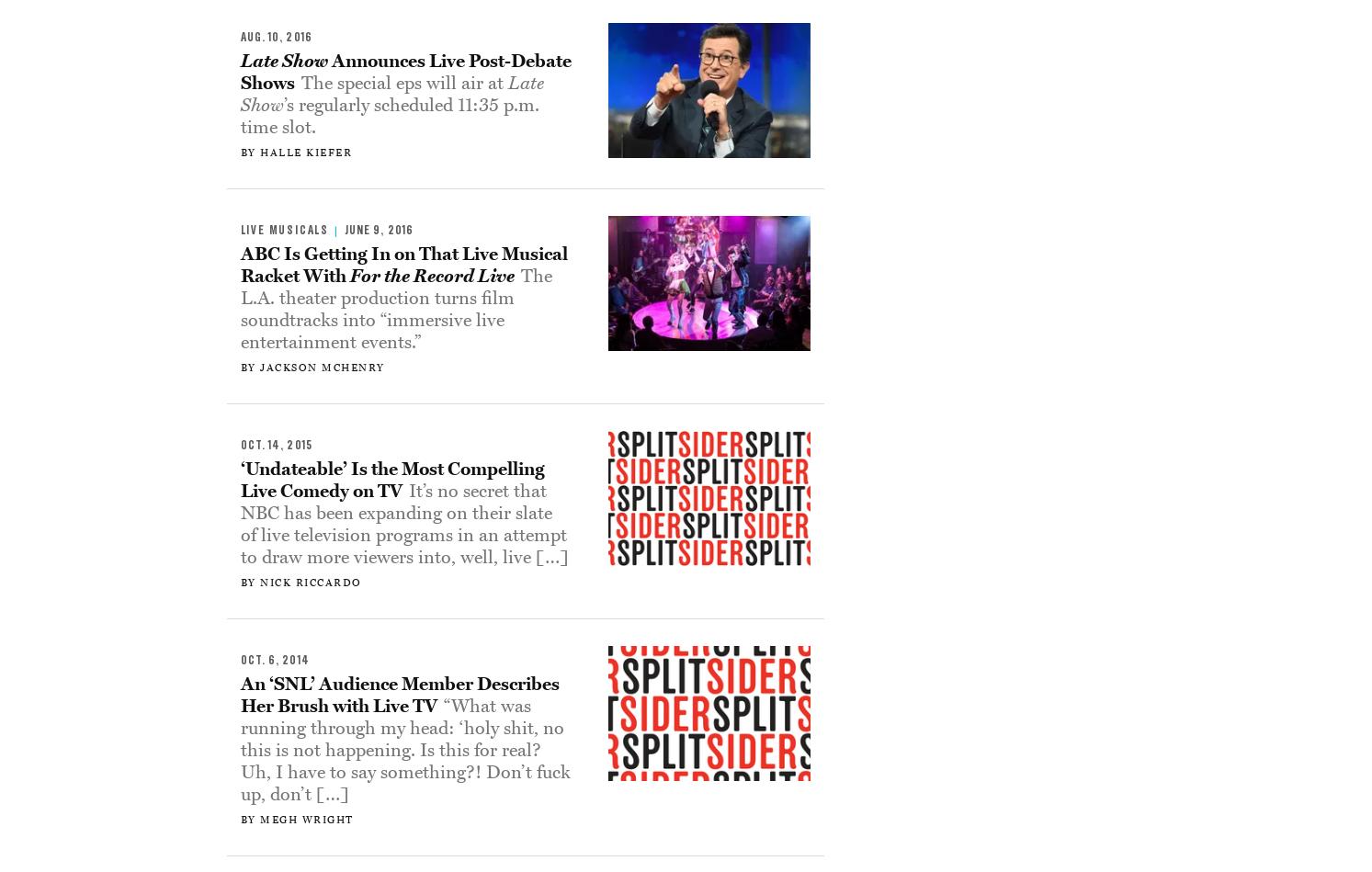  What do you see at coordinates (275, 444) in the screenshot?
I see `'Oct. 14, 2015'` at bounding box center [275, 444].